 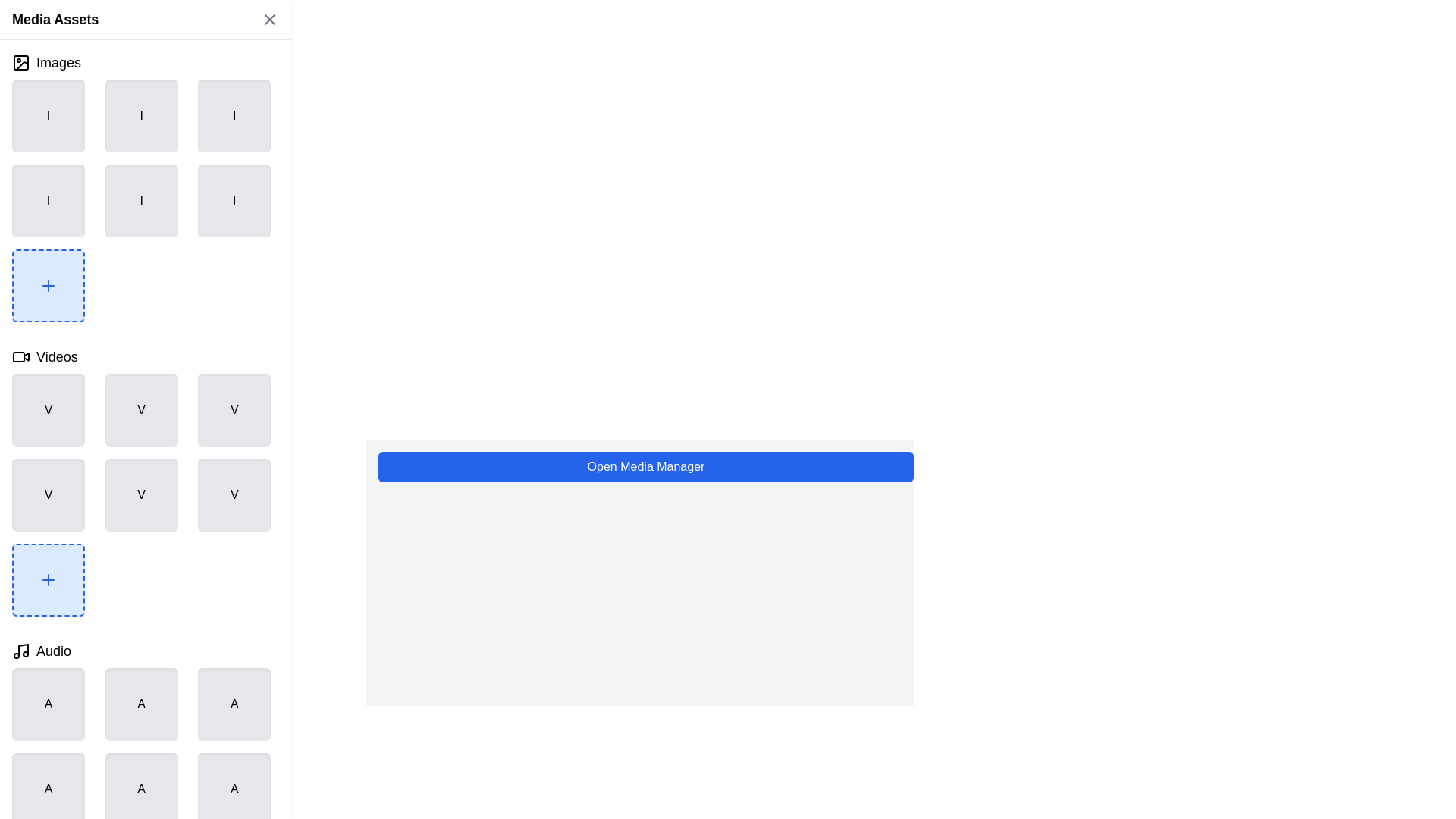 What do you see at coordinates (141, 115) in the screenshot?
I see `the static content block with a light grey background and a centered label 'I' in black text, located in the first row, second column of the grid` at bounding box center [141, 115].